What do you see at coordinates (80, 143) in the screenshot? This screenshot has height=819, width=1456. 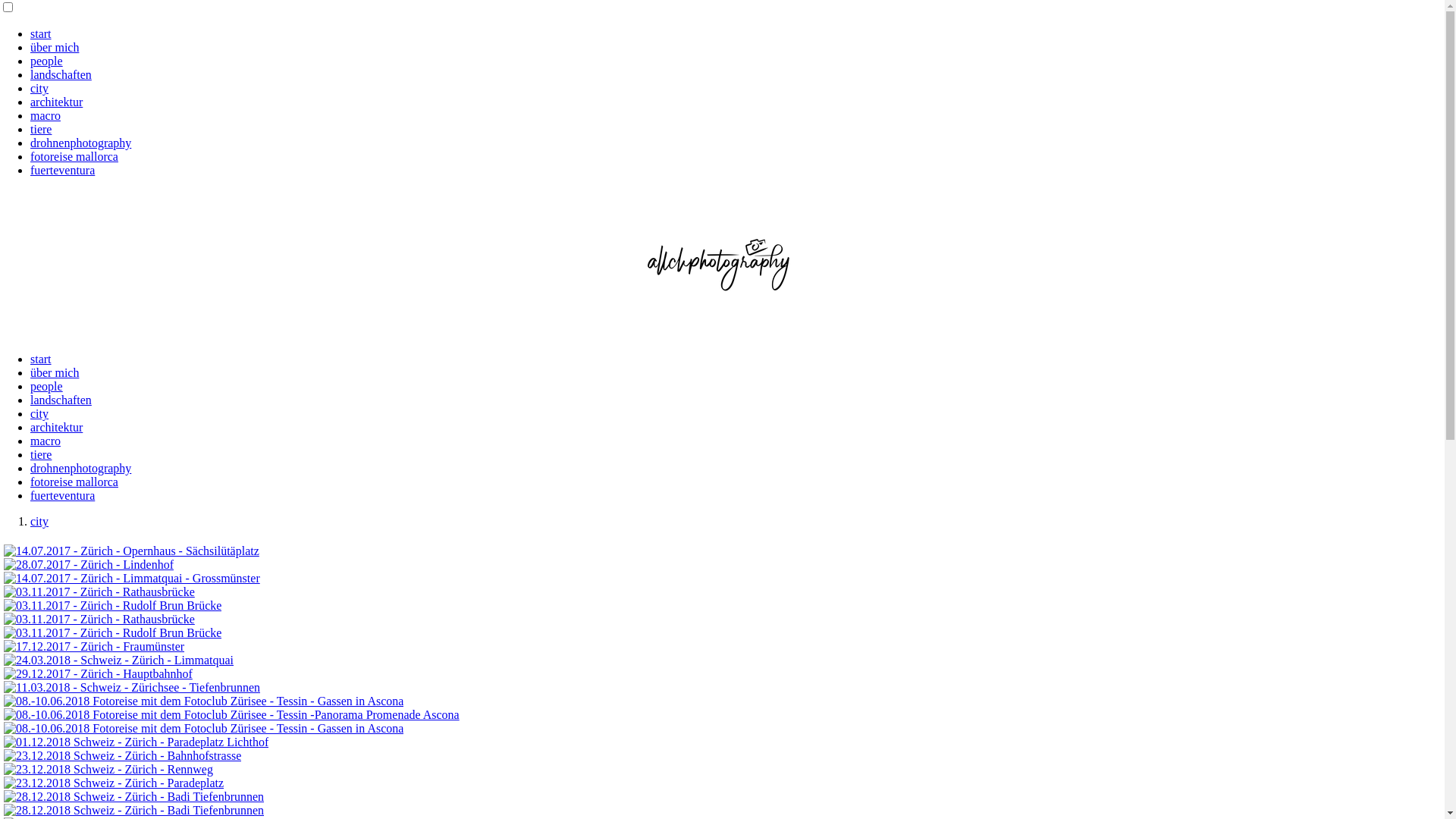 I see `'drohnenphotography'` at bounding box center [80, 143].